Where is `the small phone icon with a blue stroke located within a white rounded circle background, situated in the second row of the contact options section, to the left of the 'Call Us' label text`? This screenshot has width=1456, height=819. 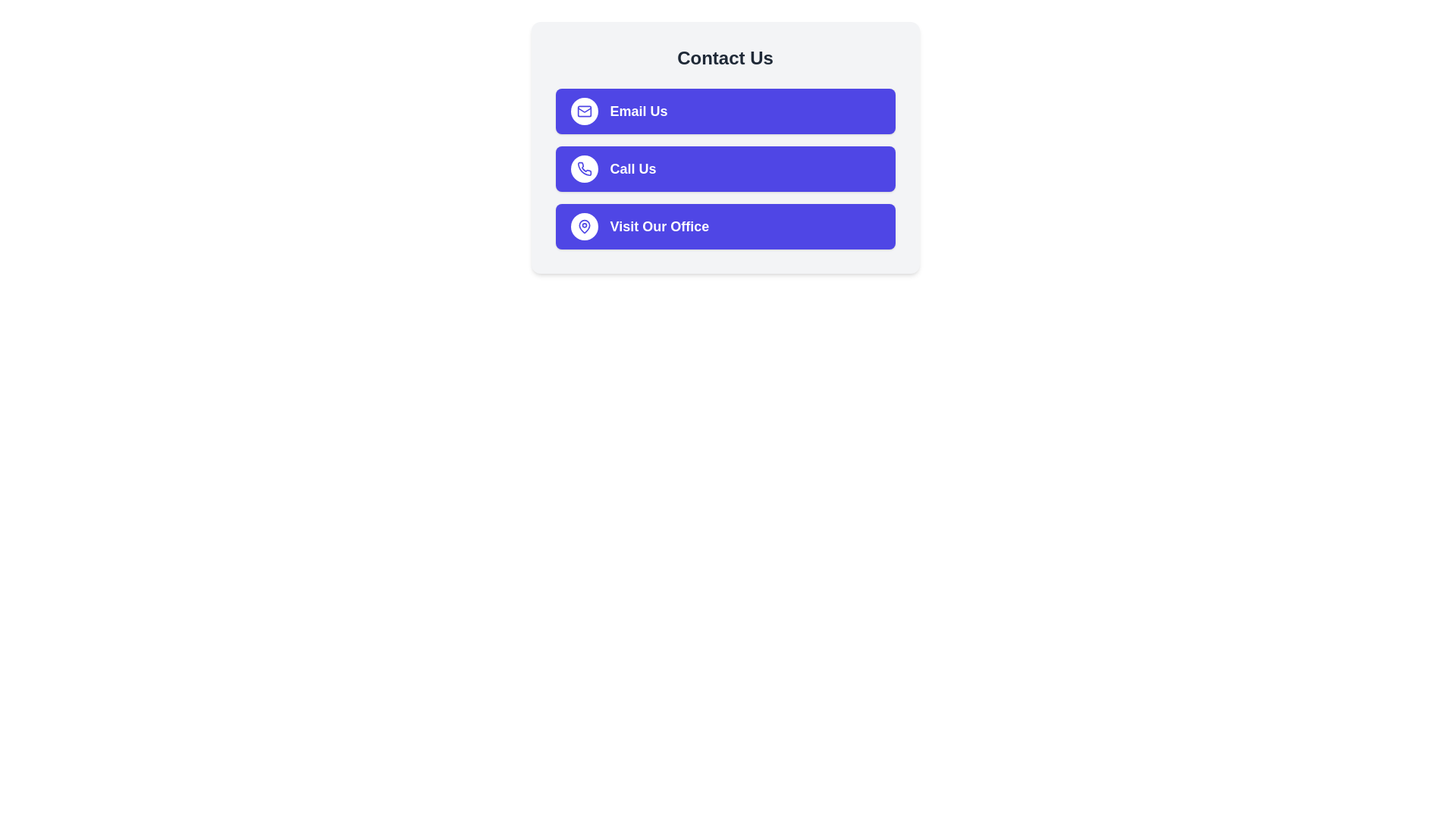
the small phone icon with a blue stroke located within a white rounded circle background, situated in the second row of the contact options section, to the left of the 'Call Us' label text is located at coordinates (583, 169).